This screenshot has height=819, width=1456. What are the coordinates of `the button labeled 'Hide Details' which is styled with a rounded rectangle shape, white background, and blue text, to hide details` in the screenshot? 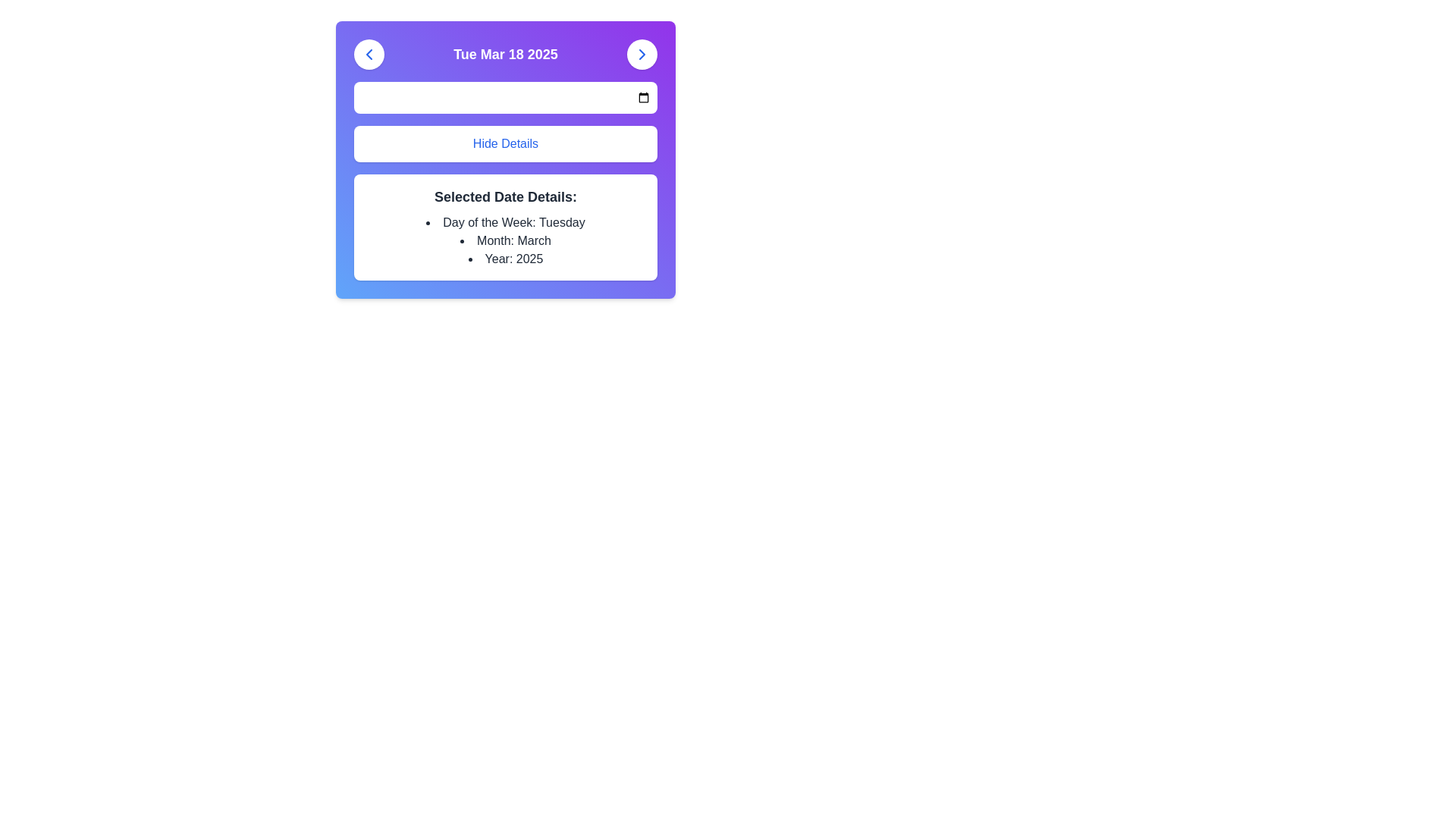 It's located at (506, 143).